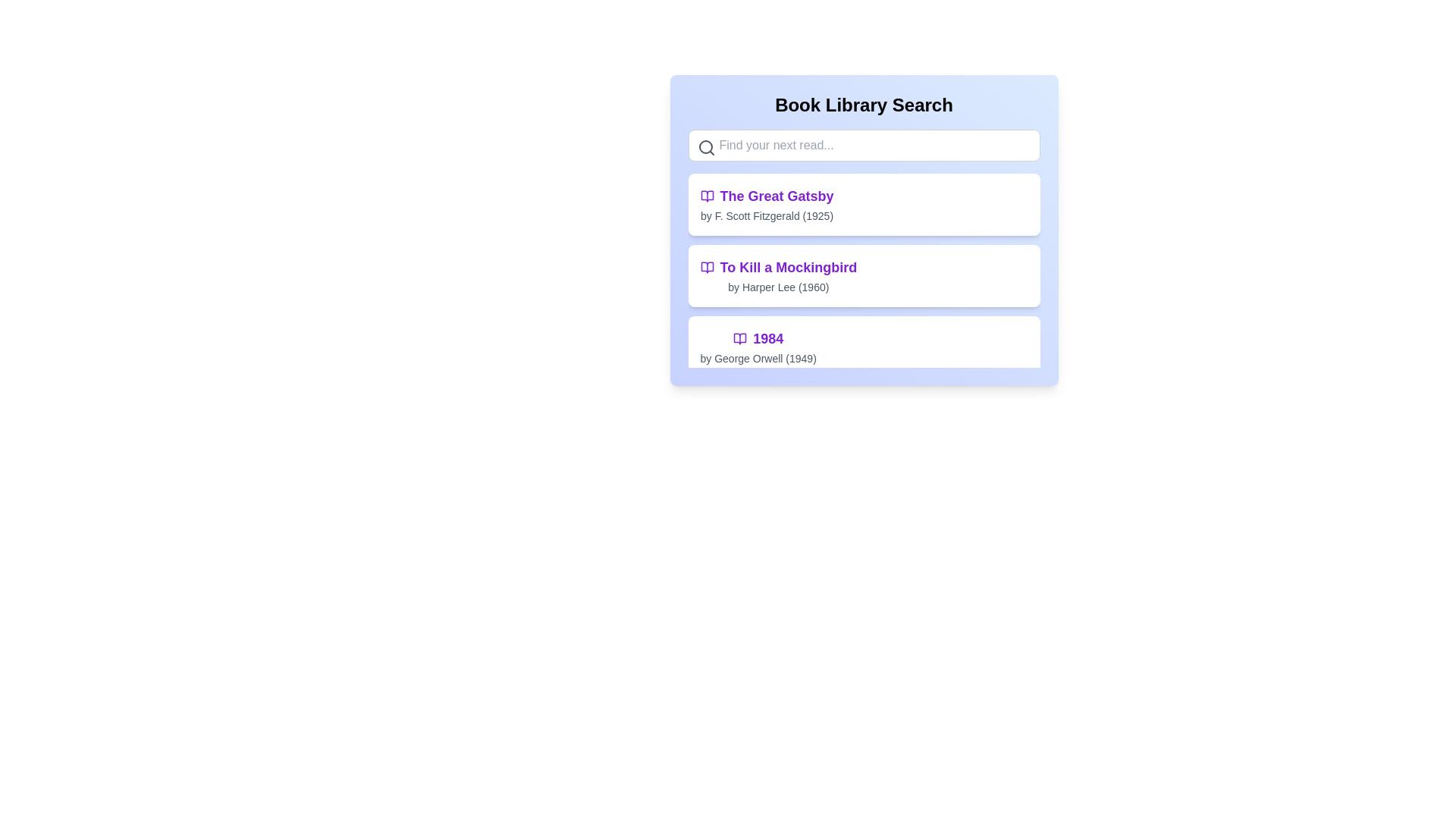 The width and height of the screenshot is (1456, 819). Describe the element at coordinates (706, 267) in the screenshot. I see `the book icon representing 'To Kill a Mockingbird', which is the second item in the list and is located to the left of its title` at that location.